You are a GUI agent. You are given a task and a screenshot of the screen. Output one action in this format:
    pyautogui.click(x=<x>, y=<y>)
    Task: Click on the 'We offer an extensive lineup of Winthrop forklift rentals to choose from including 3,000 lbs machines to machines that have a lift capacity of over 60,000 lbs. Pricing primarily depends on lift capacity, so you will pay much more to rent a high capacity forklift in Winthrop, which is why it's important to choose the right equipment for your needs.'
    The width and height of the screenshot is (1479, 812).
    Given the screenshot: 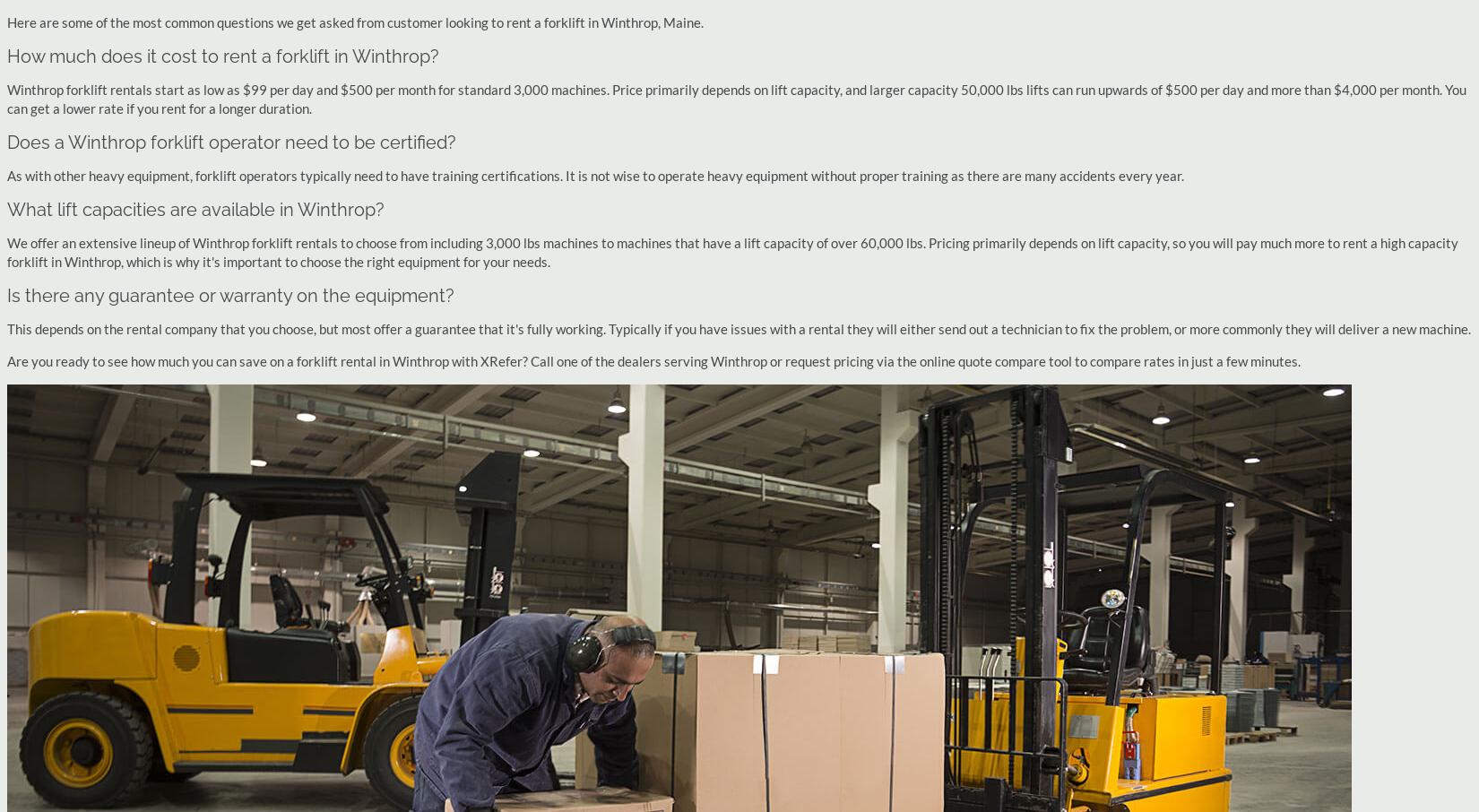 What is the action you would take?
    pyautogui.click(x=6, y=251)
    